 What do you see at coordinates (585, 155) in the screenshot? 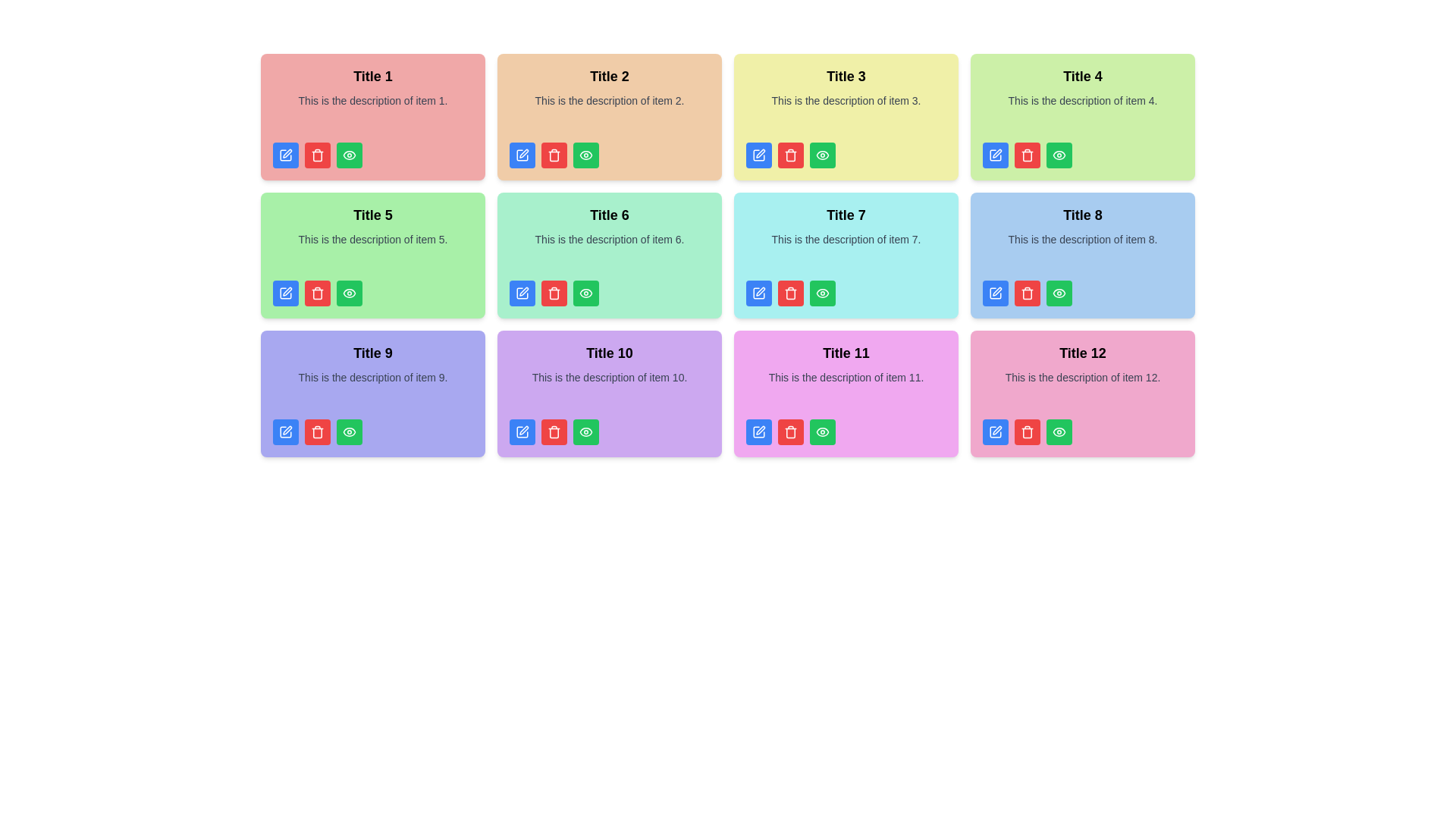
I see `the third button in the row of buttons within the 'Title 2' card on the second card of the top row` at bounding box center [585, 155].